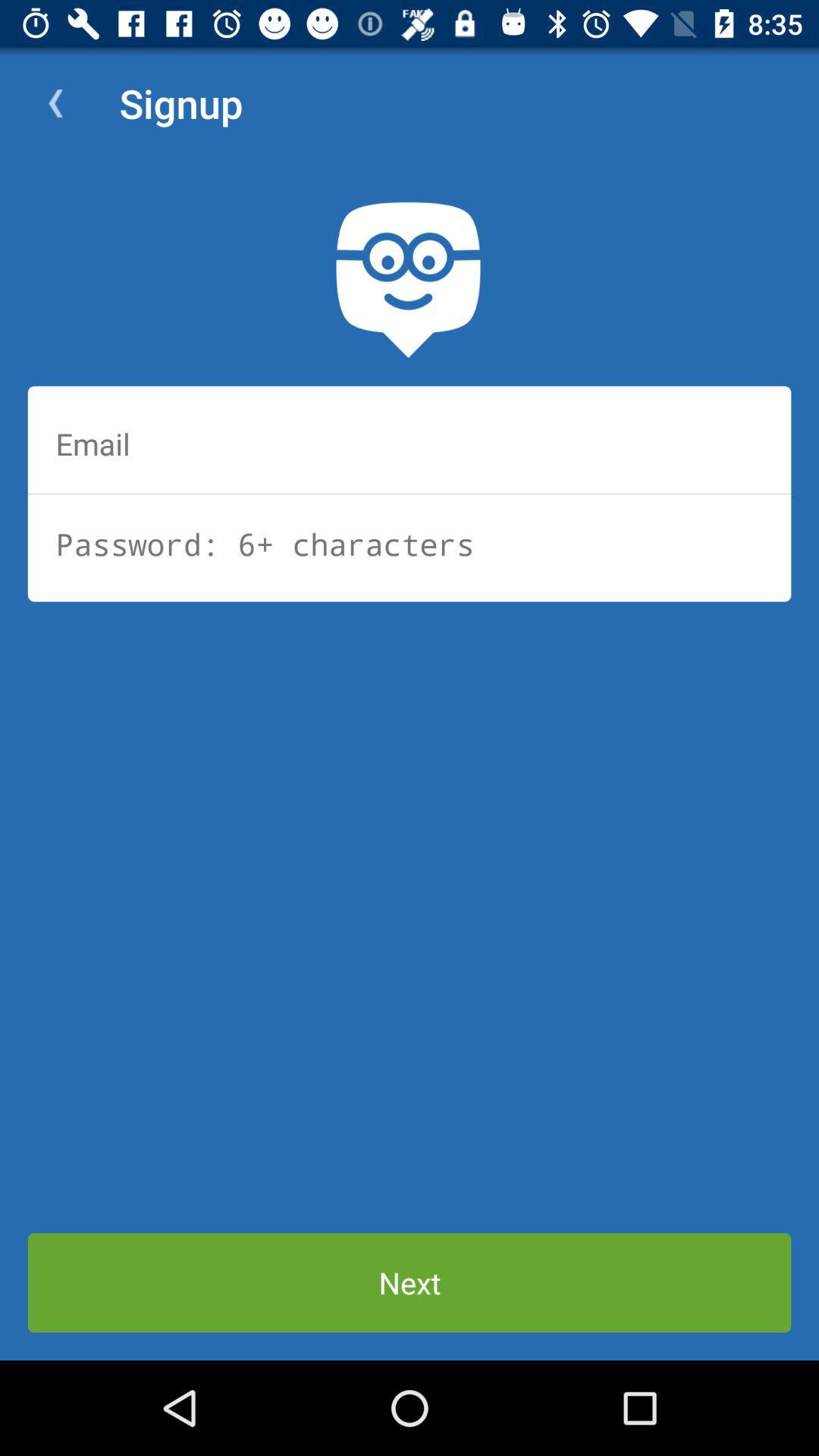 This screenshot has height=1456, width=819. I want to click on app to the left of signup icon, so click(55, 102).